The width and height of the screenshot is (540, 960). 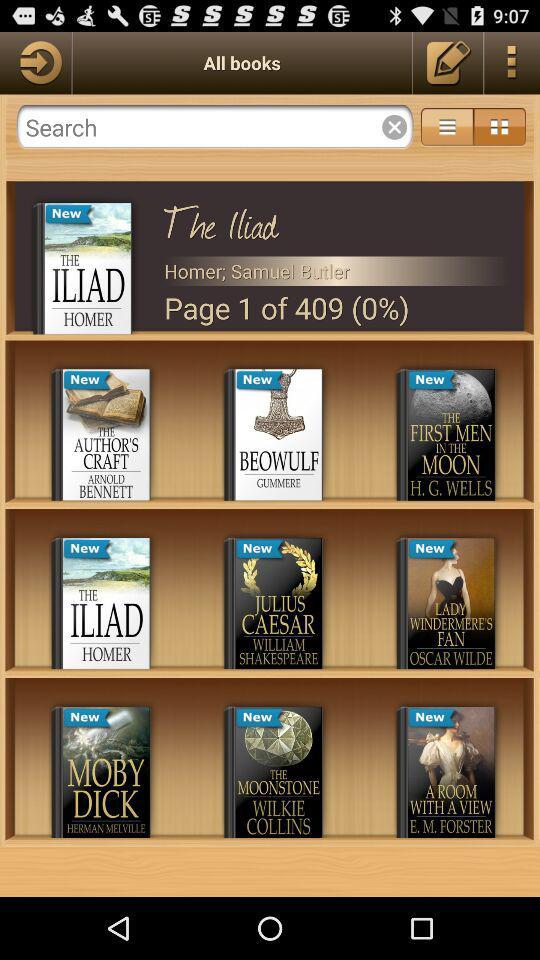 What do you see at coordinates (448, 67) in the screenshot?
I see `the edit icon` at bounding box center [448, 67].